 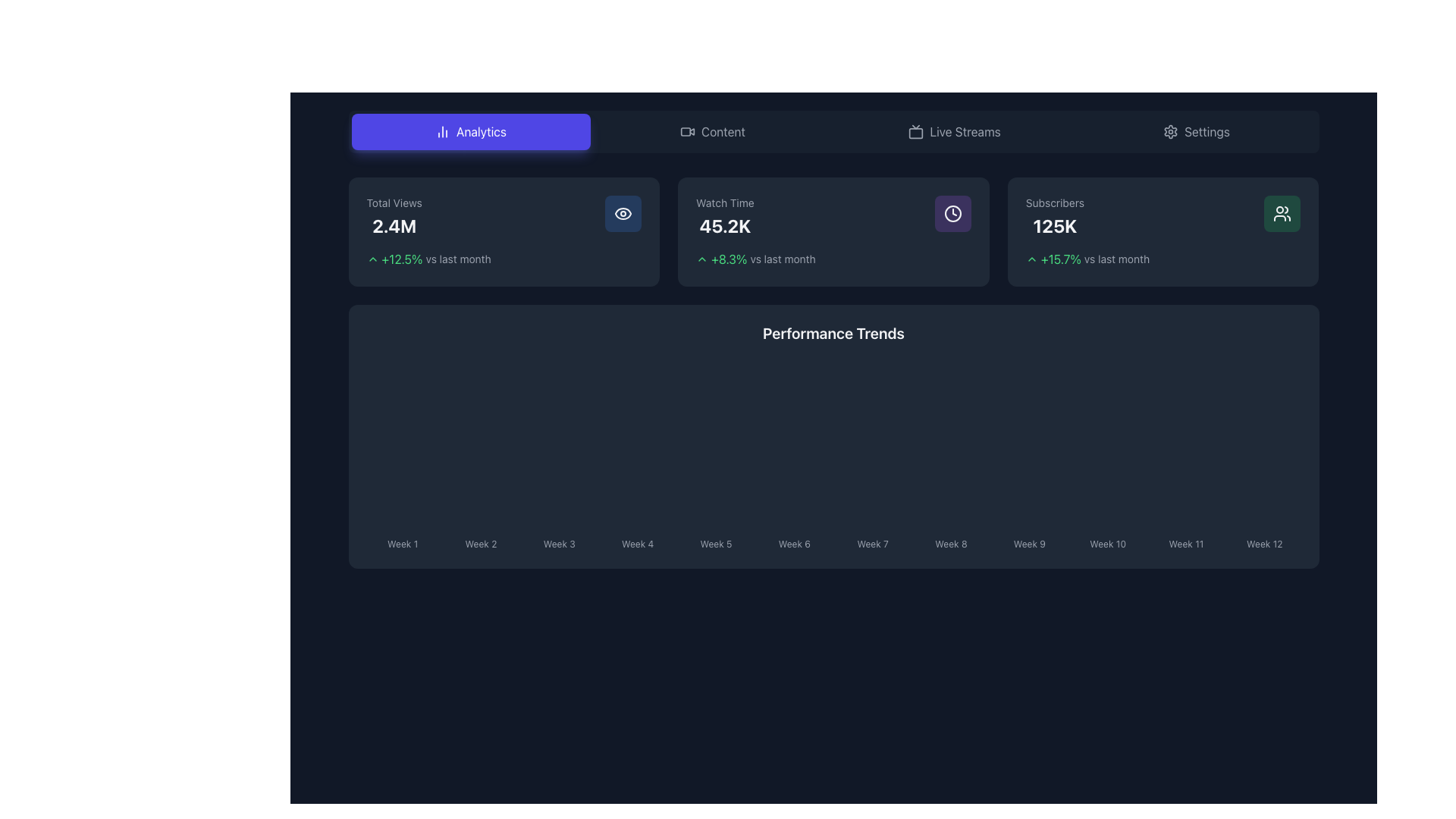 What do you see at coordinates (1029, 543) in the screenshot?
I see `the ninth text label under the 'Performance Trends' chart, which identifies the corresponding week in a data visualization interface` at bounding box center [1029, 543].